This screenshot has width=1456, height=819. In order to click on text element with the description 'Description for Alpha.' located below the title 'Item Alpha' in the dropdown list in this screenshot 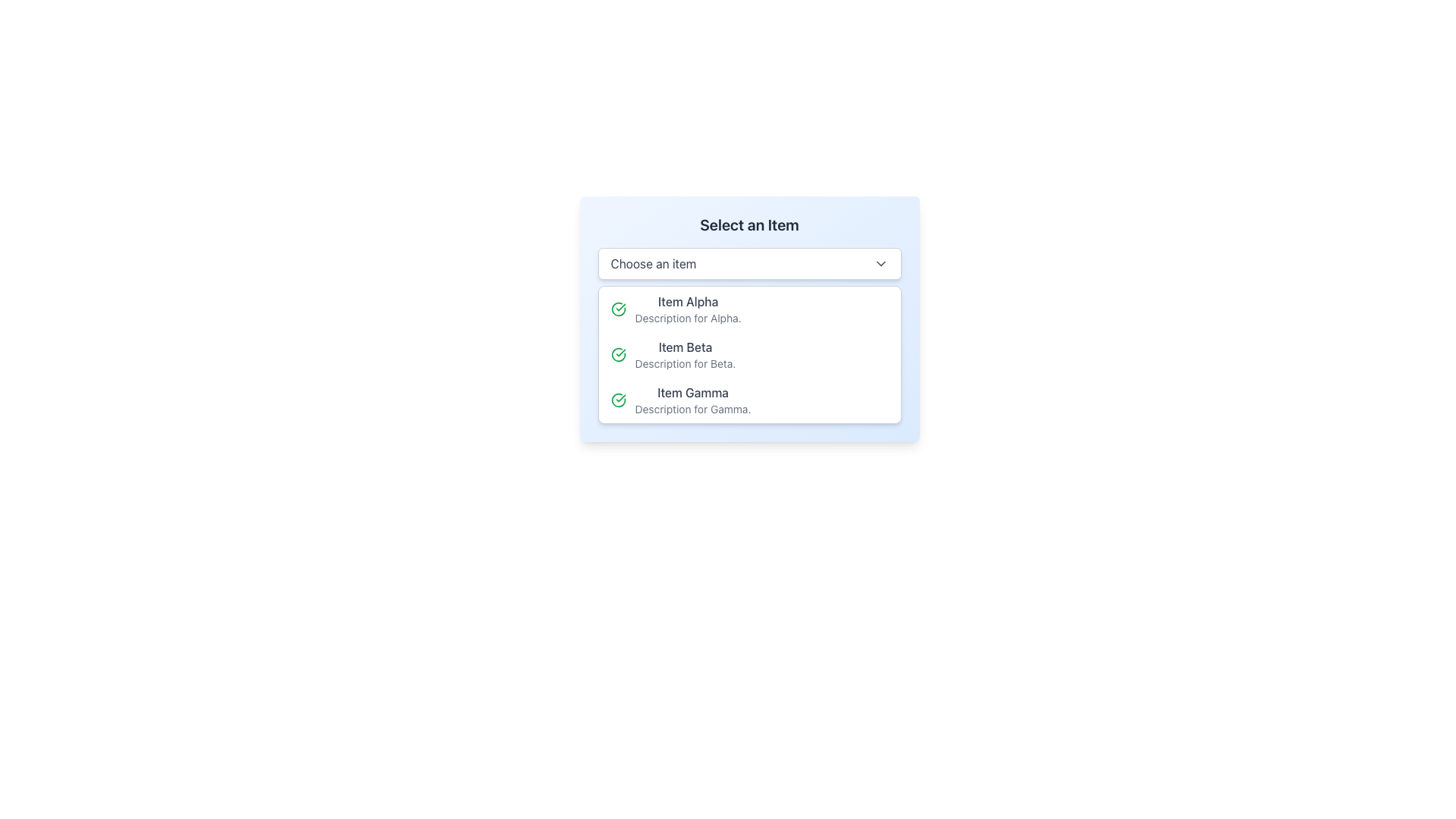, I will do `click(687, 318)`.